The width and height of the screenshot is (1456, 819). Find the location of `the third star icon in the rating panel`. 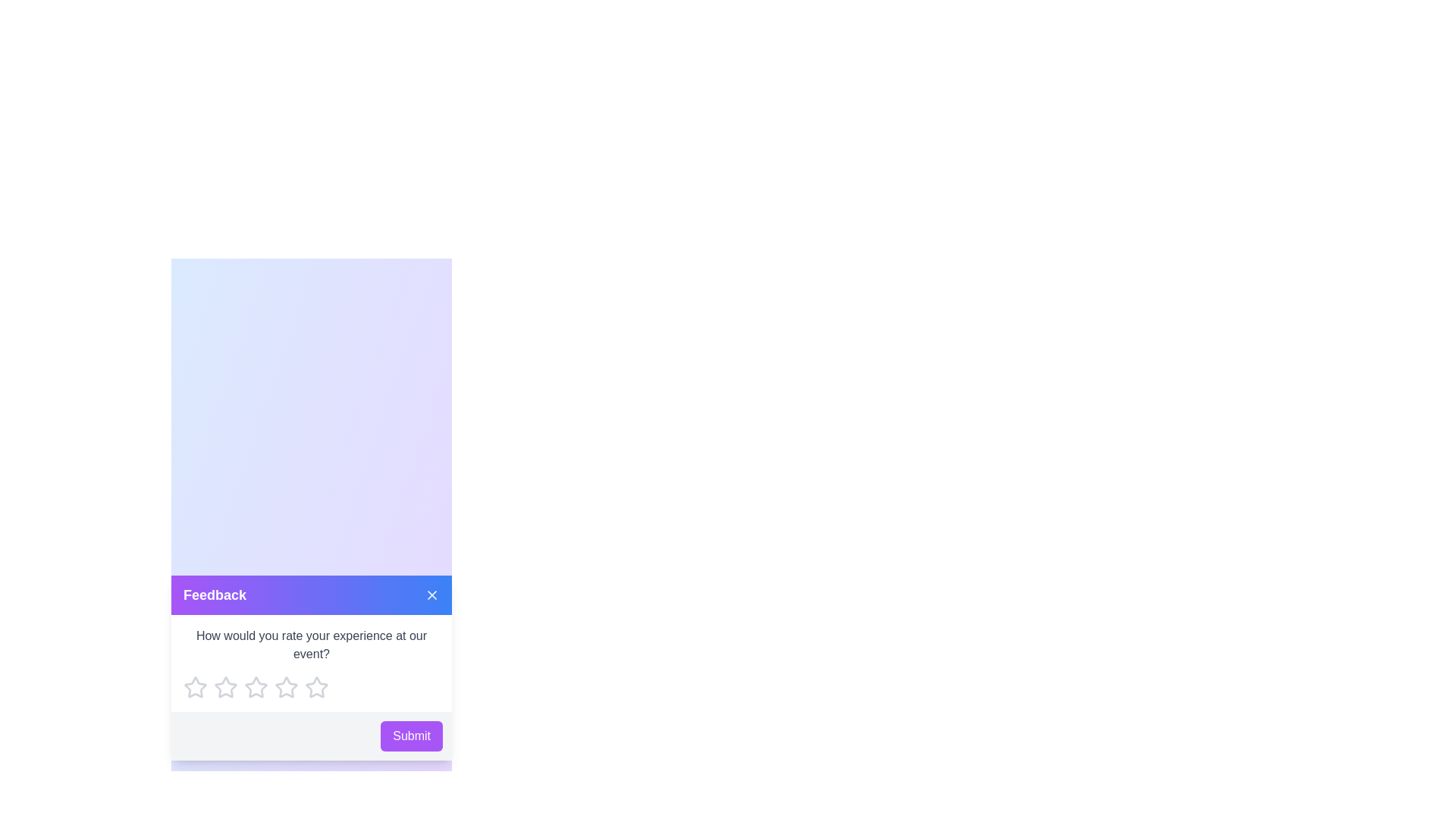

the third star icon in the rating panel is located at coordinates (287, 687).